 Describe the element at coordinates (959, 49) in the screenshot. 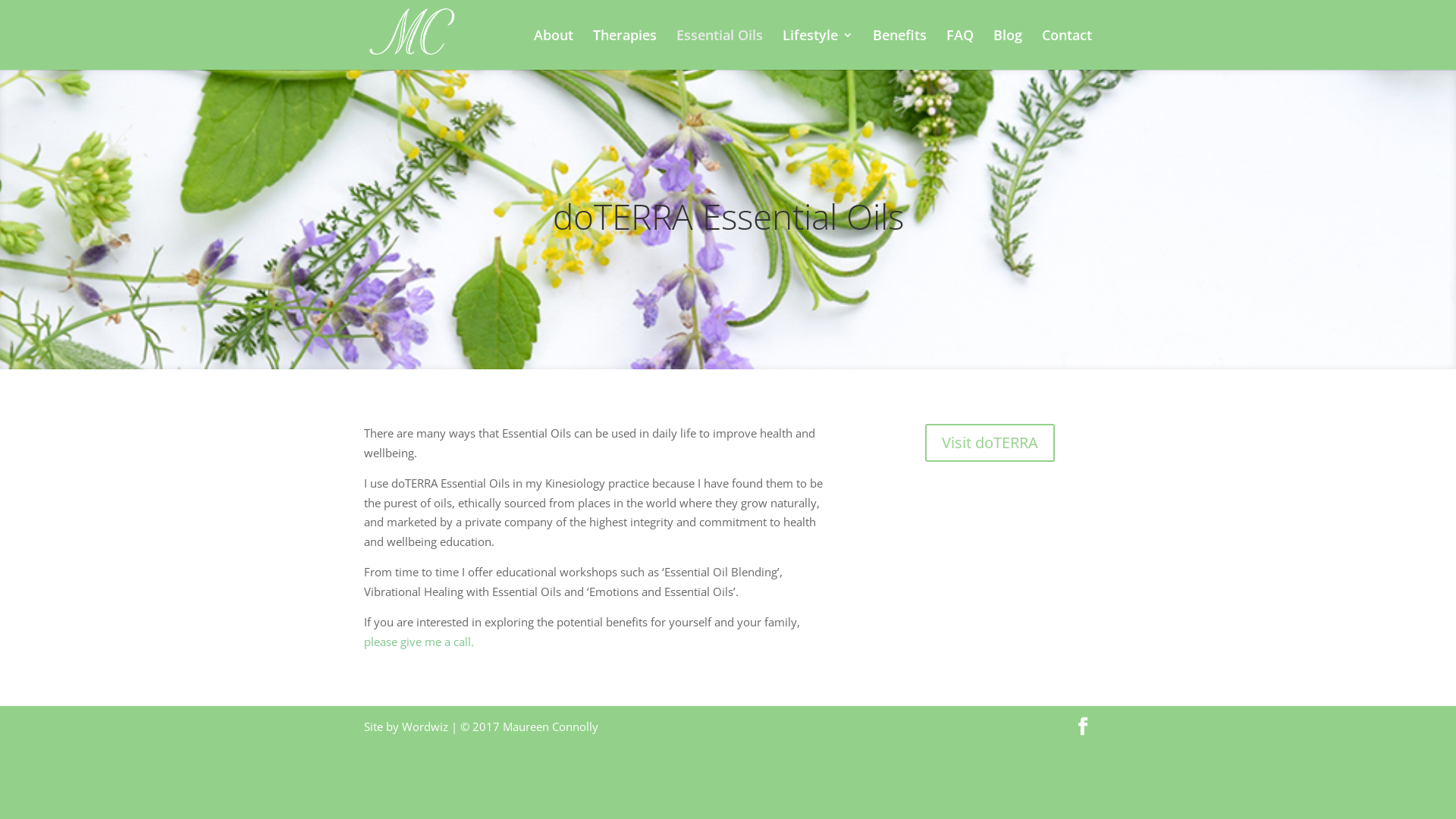

I see `'FAQ'` at that location.